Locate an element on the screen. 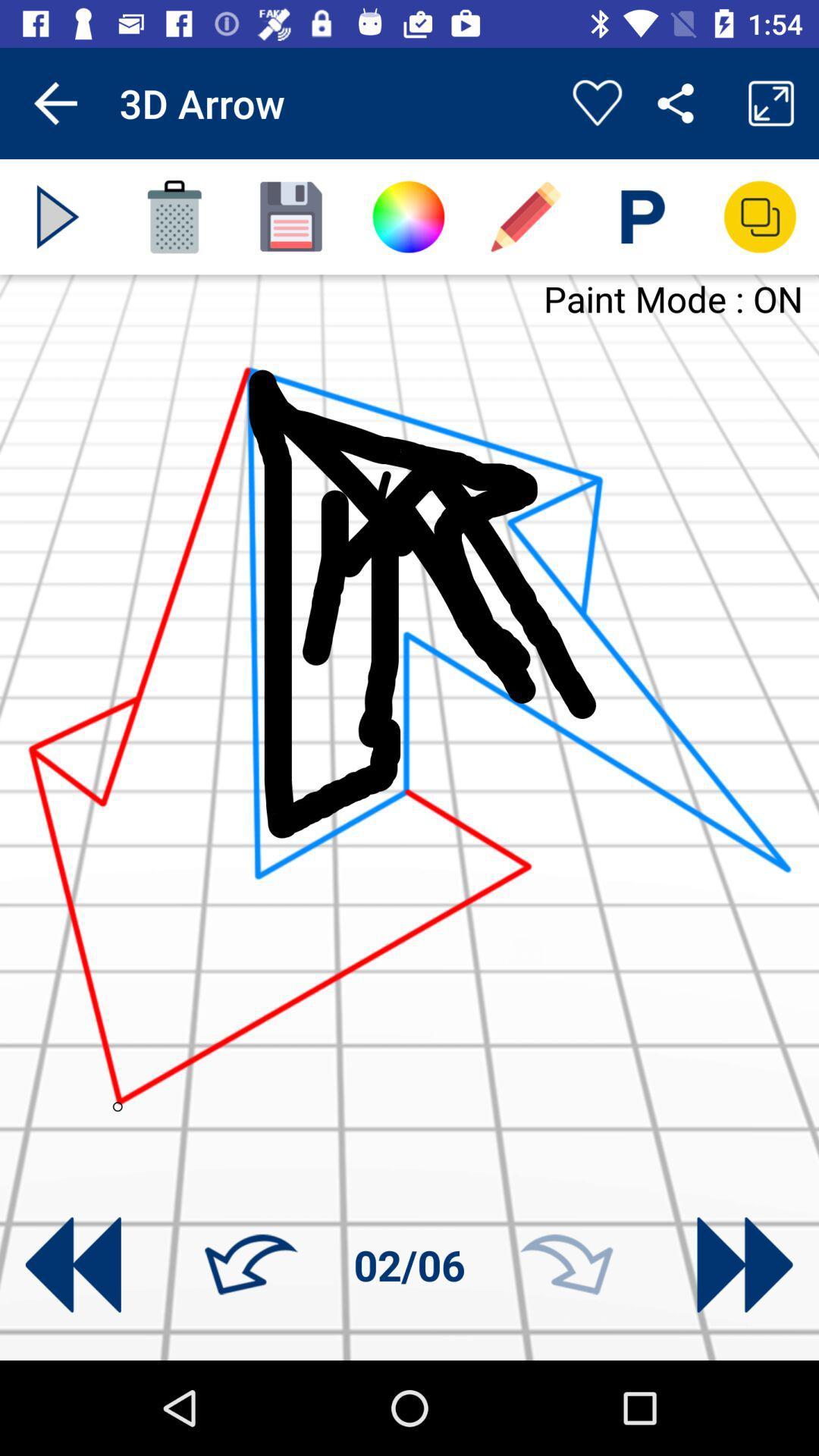  swith to drawing pencil is located at coordinates (525, 216).